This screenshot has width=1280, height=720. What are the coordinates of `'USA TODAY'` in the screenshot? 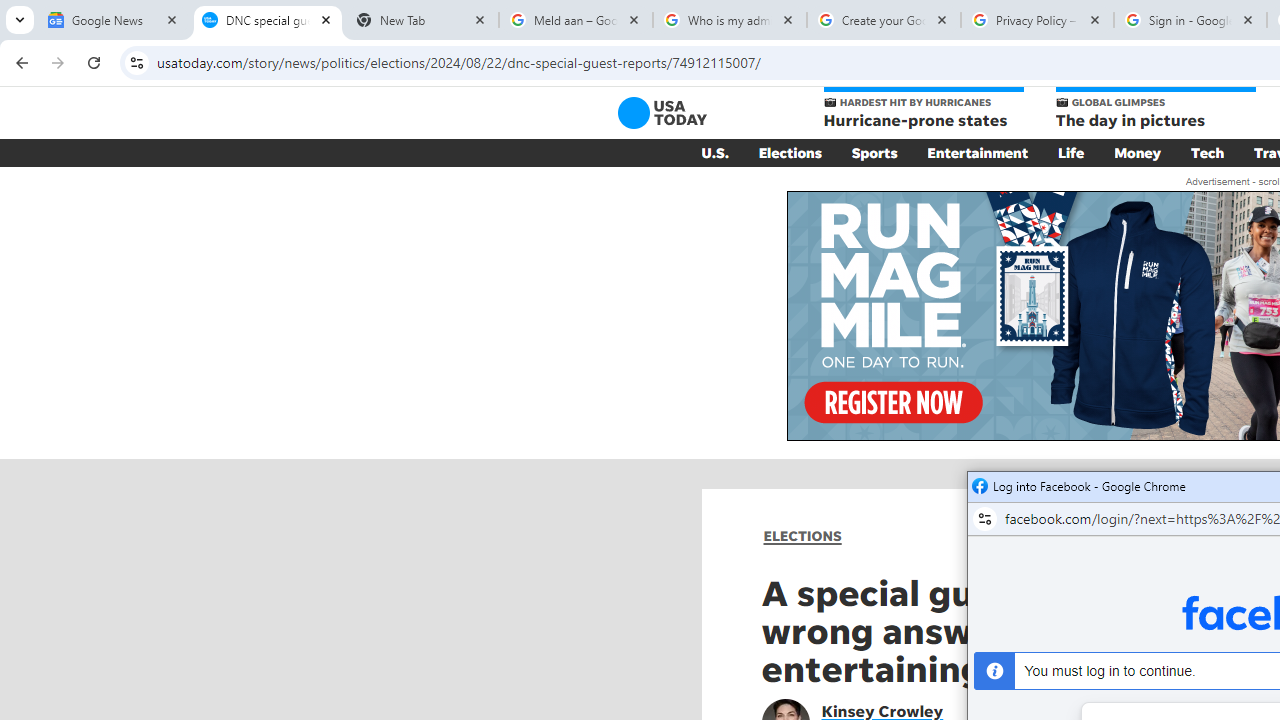 It's located at (661, 113).